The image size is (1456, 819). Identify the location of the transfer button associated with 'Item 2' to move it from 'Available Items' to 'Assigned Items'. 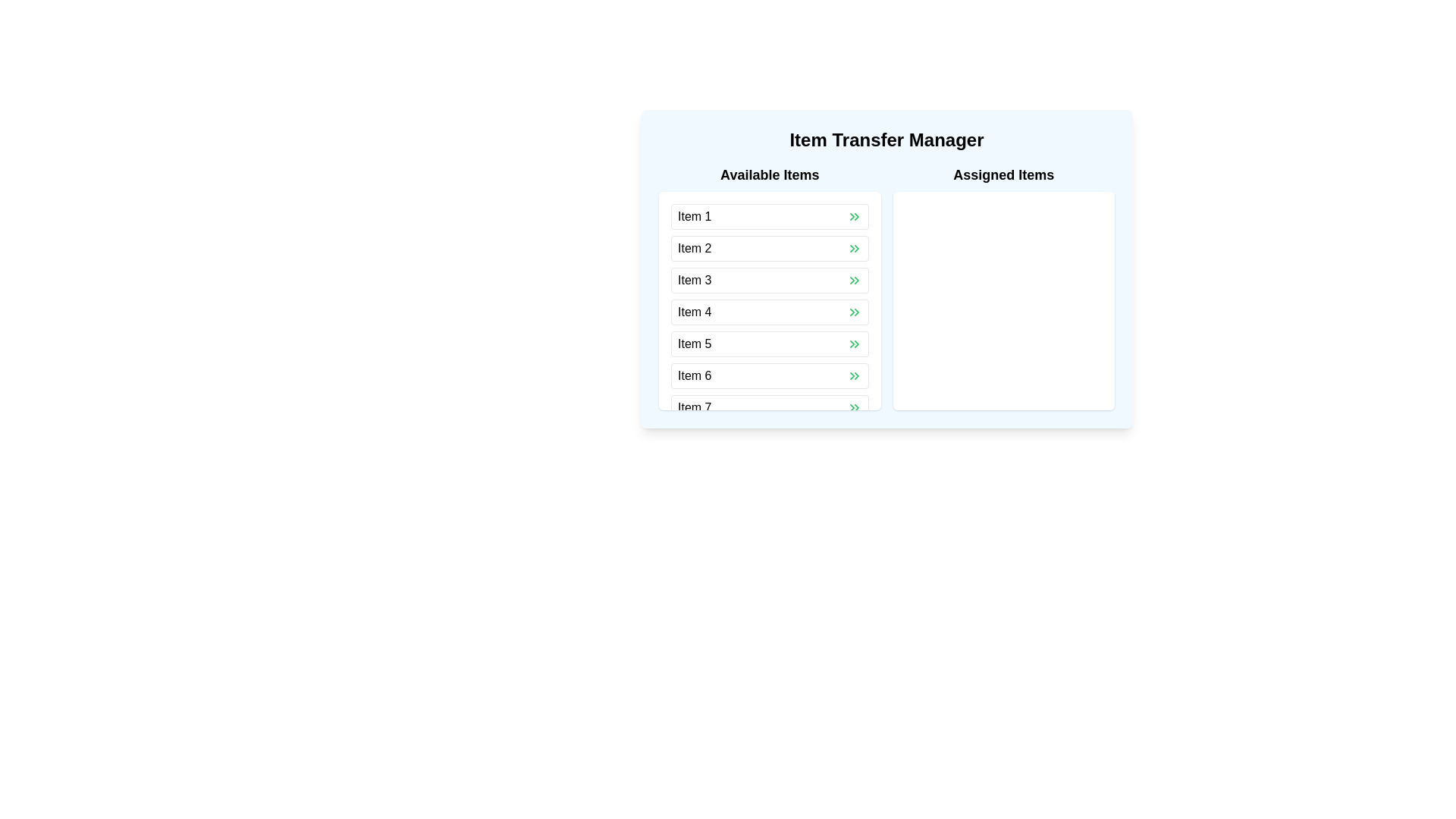
(854, 247).